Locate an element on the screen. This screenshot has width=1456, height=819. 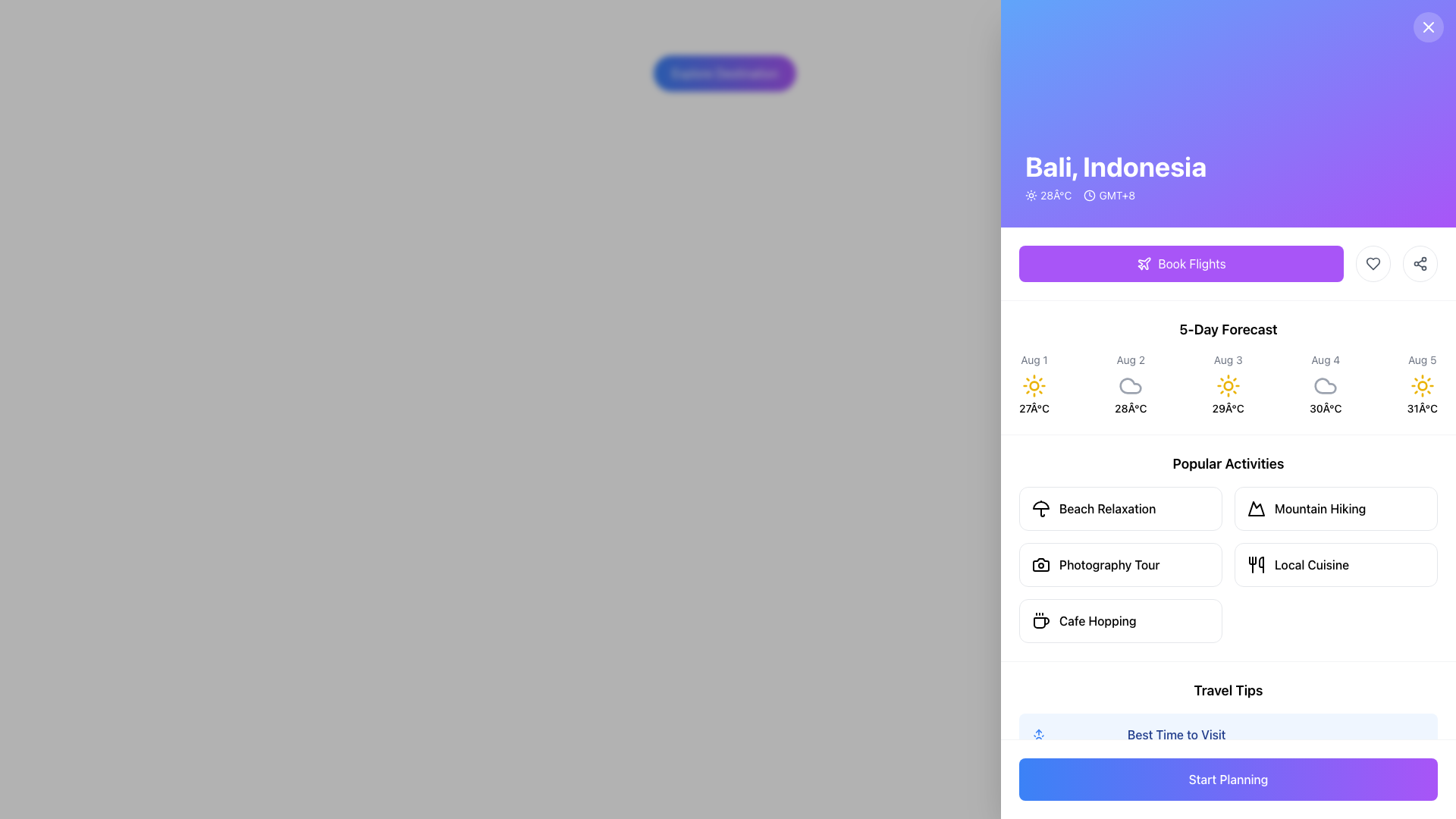
the camera icon located within the 'Photography Tour' button in the 'Popular Activities' section is located at coordinates (1040, 564).